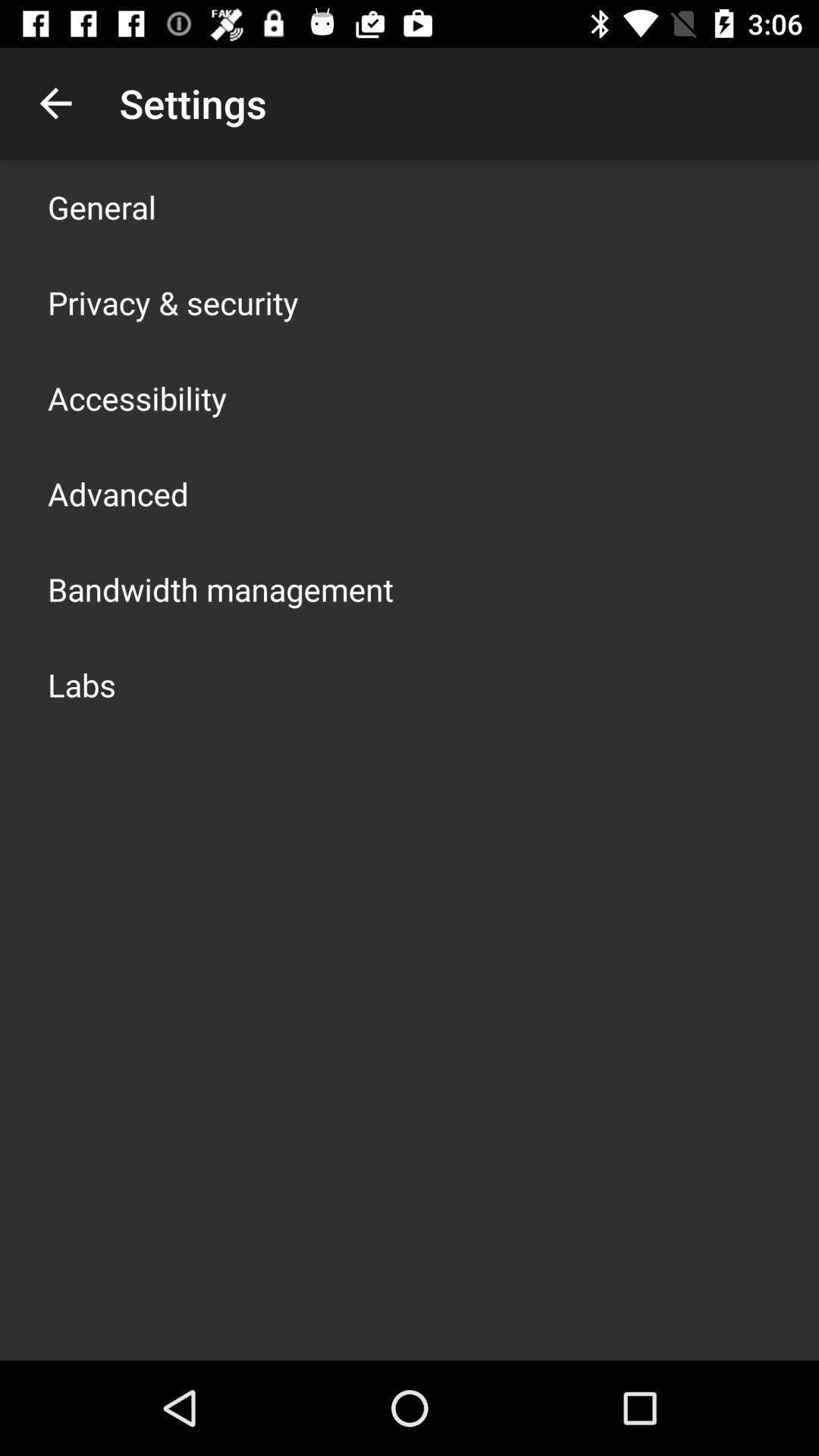 This screenshot has height=1456, width=819. Describe the element at coordinates (82, 683) in the screenshot. I see `labs` at that location.